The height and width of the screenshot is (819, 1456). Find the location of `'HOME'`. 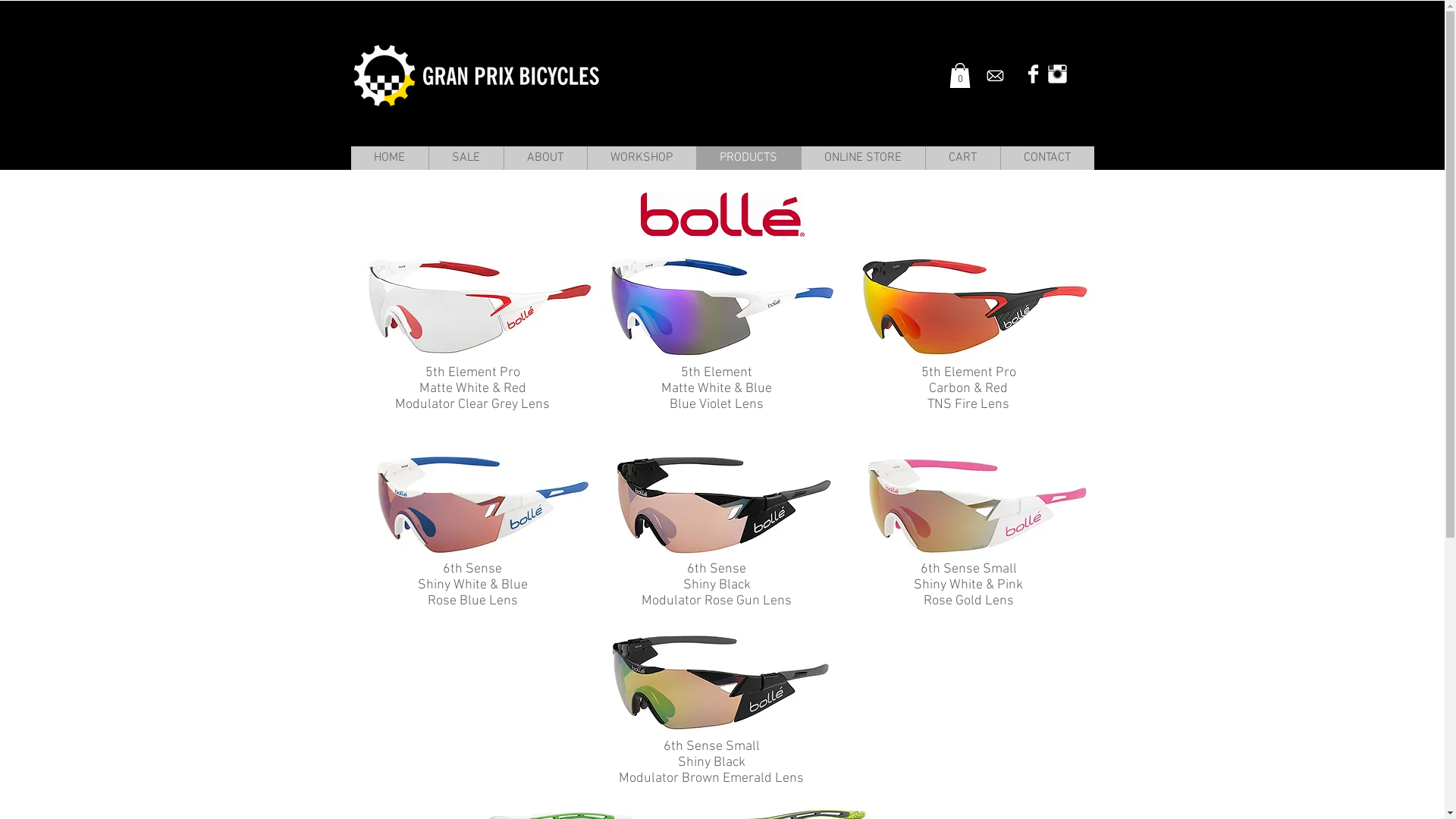

'HOME' is located at coordinates (389, 158).